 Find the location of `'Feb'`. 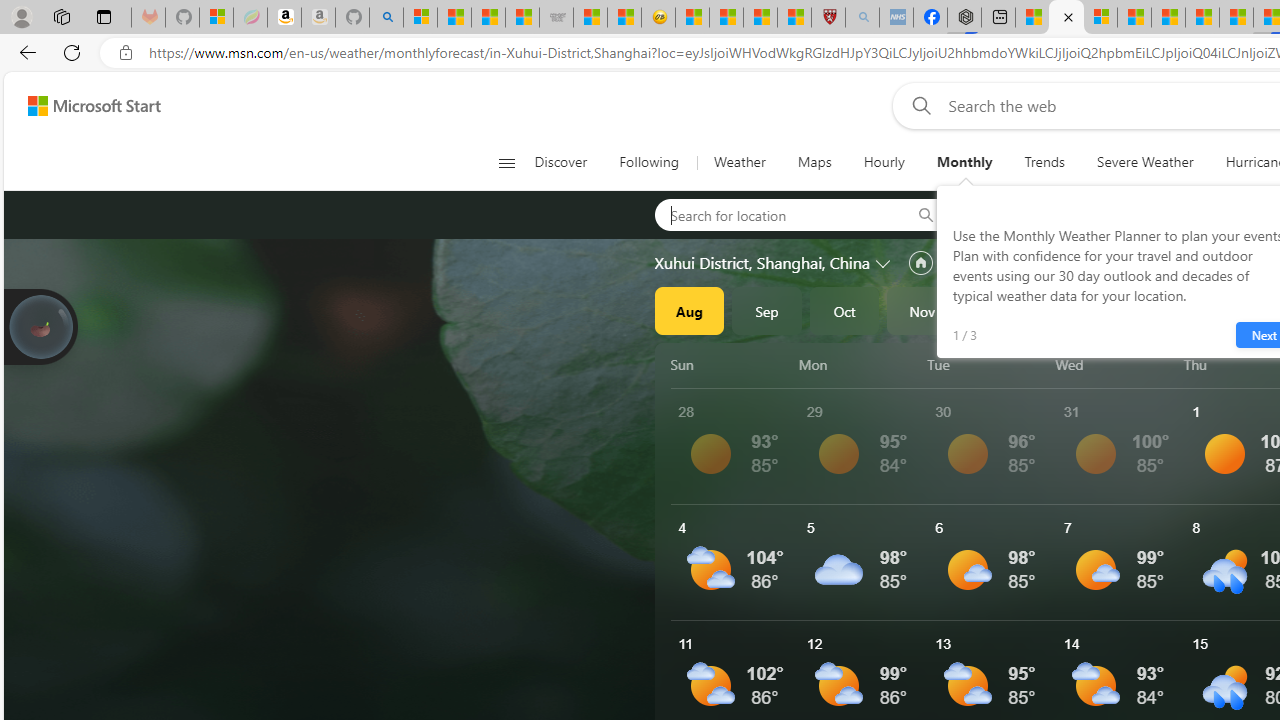

'Feb' is located at coordinates (1155, 311).